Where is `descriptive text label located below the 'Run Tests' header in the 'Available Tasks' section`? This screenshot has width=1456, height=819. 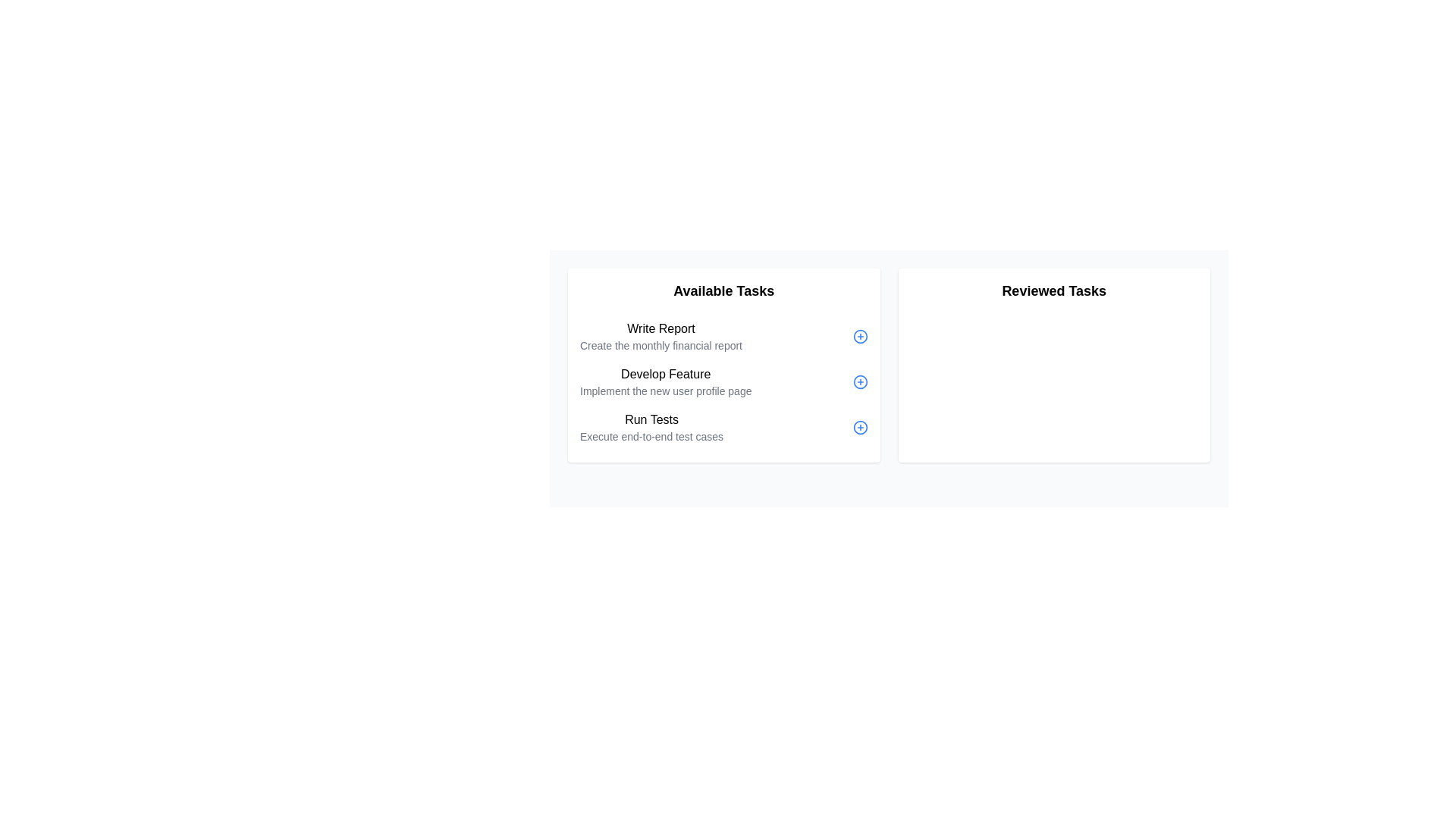
descriptive text label located below the 'Run Tests' header in the 'Available Tasks' section is located at coordinates (651, 436).